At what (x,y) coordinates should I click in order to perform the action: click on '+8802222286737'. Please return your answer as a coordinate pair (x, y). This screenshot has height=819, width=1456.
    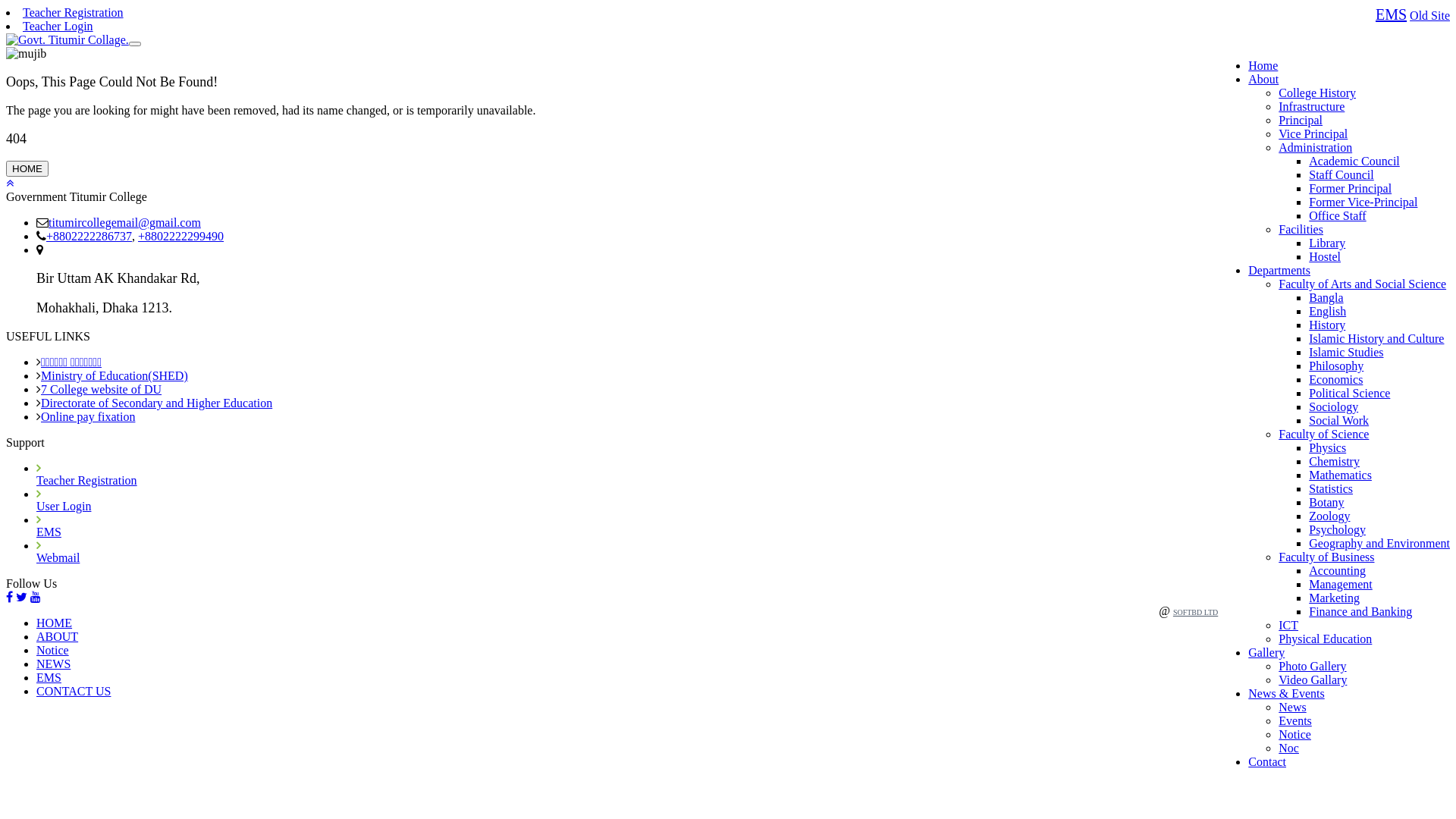
    Looking at the image, I should click on (88, 236).